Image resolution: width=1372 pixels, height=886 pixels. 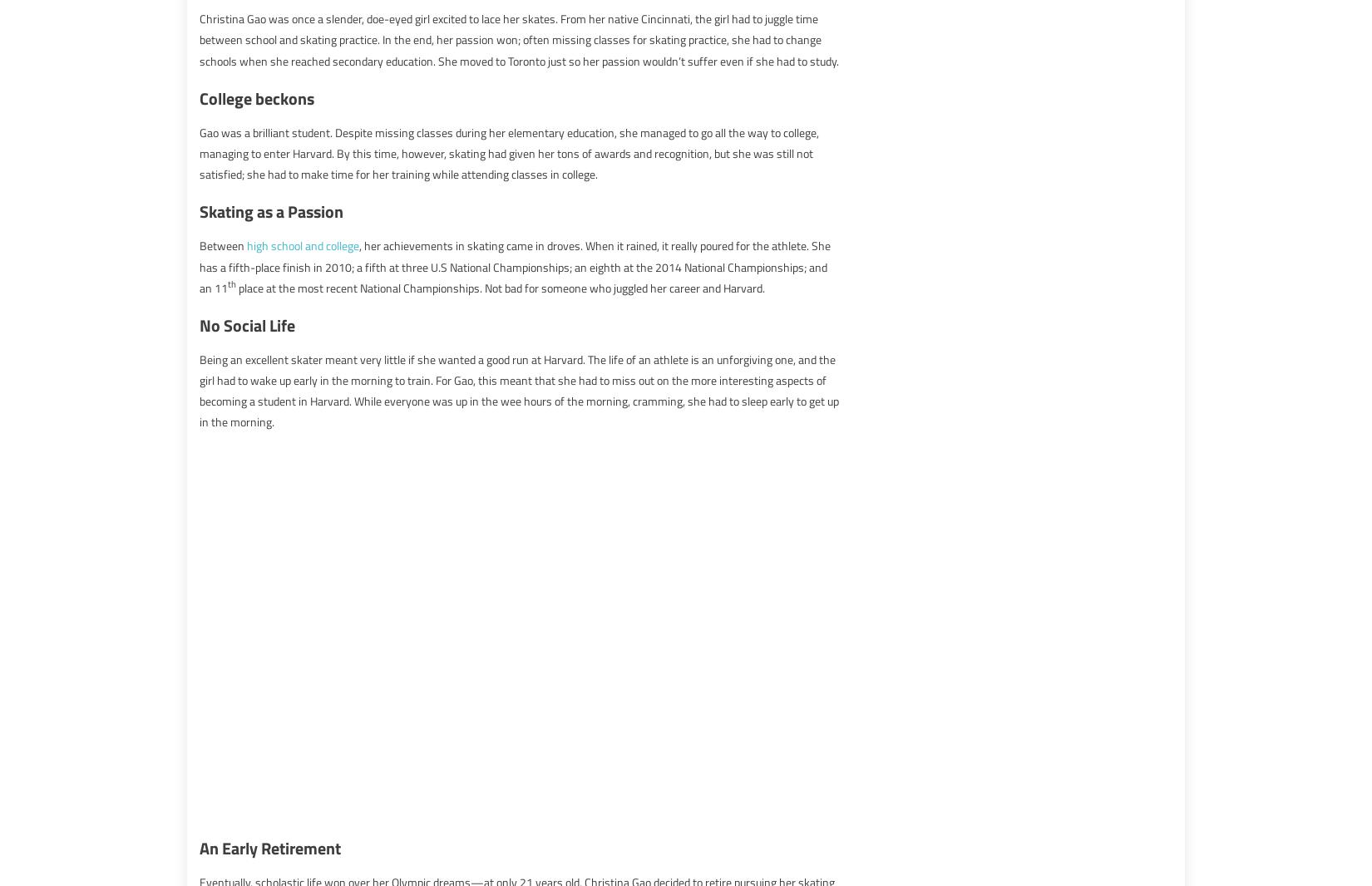 What do you see at coordinates (200, 847) in the screenshot?
I see `'An Early Retirement'` at bounding box center [200, 847].